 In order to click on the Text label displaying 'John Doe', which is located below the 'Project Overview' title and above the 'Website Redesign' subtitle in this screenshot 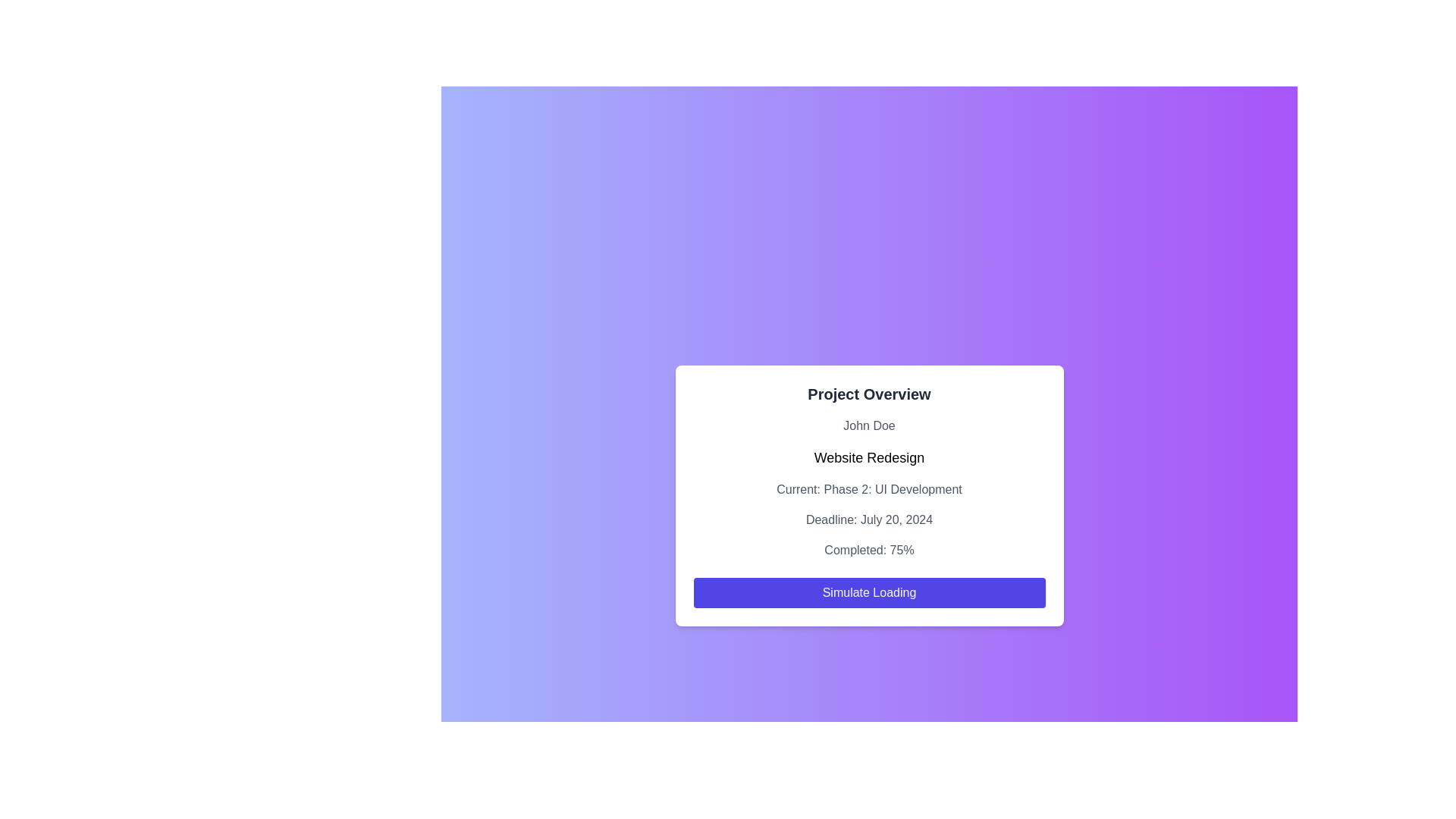, I will do `click(869, 426)`.